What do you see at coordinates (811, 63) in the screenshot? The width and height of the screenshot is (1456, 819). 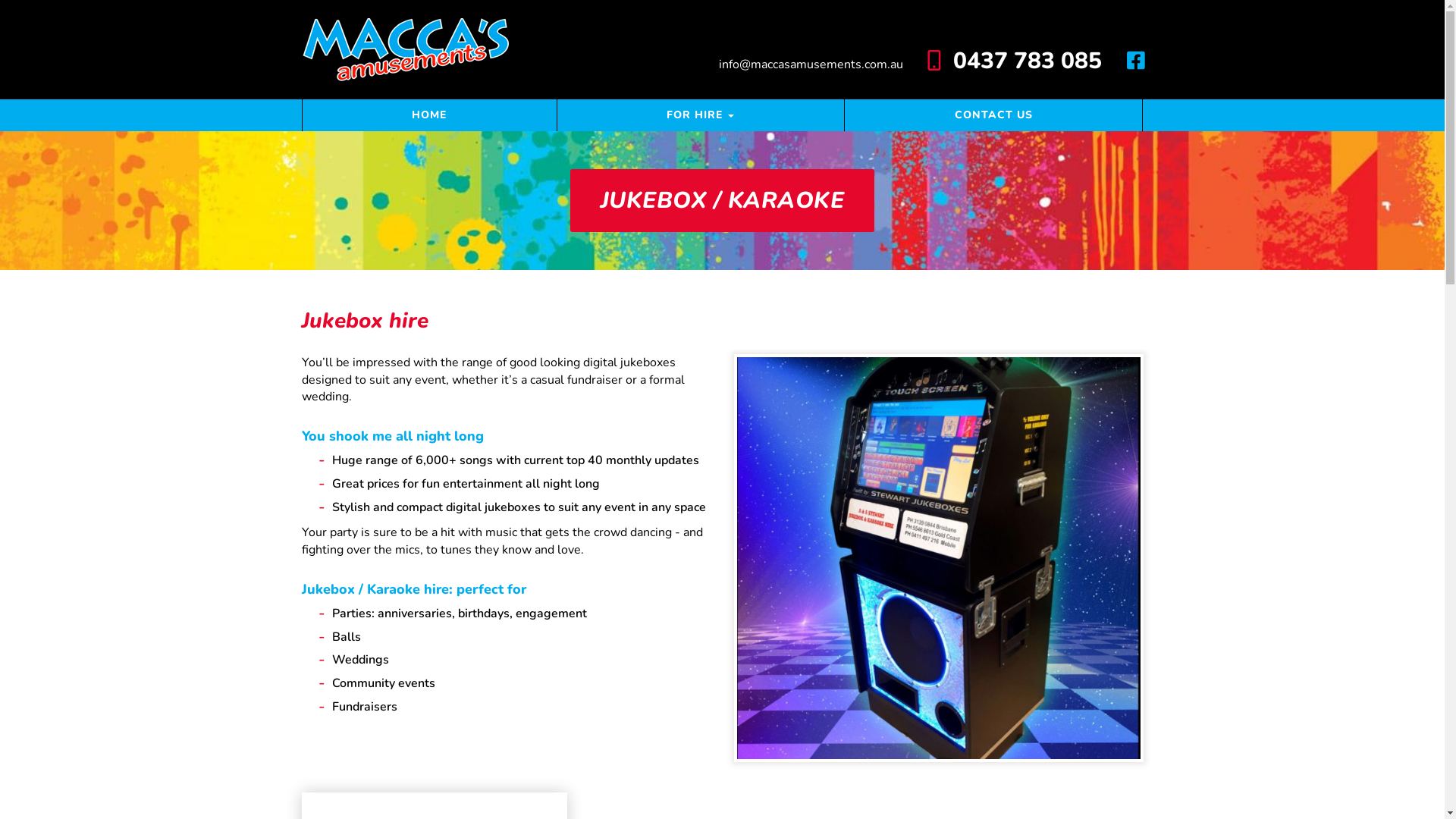 I see `'info@maccasamusements.com.au'` at bounding box center [811, 63].